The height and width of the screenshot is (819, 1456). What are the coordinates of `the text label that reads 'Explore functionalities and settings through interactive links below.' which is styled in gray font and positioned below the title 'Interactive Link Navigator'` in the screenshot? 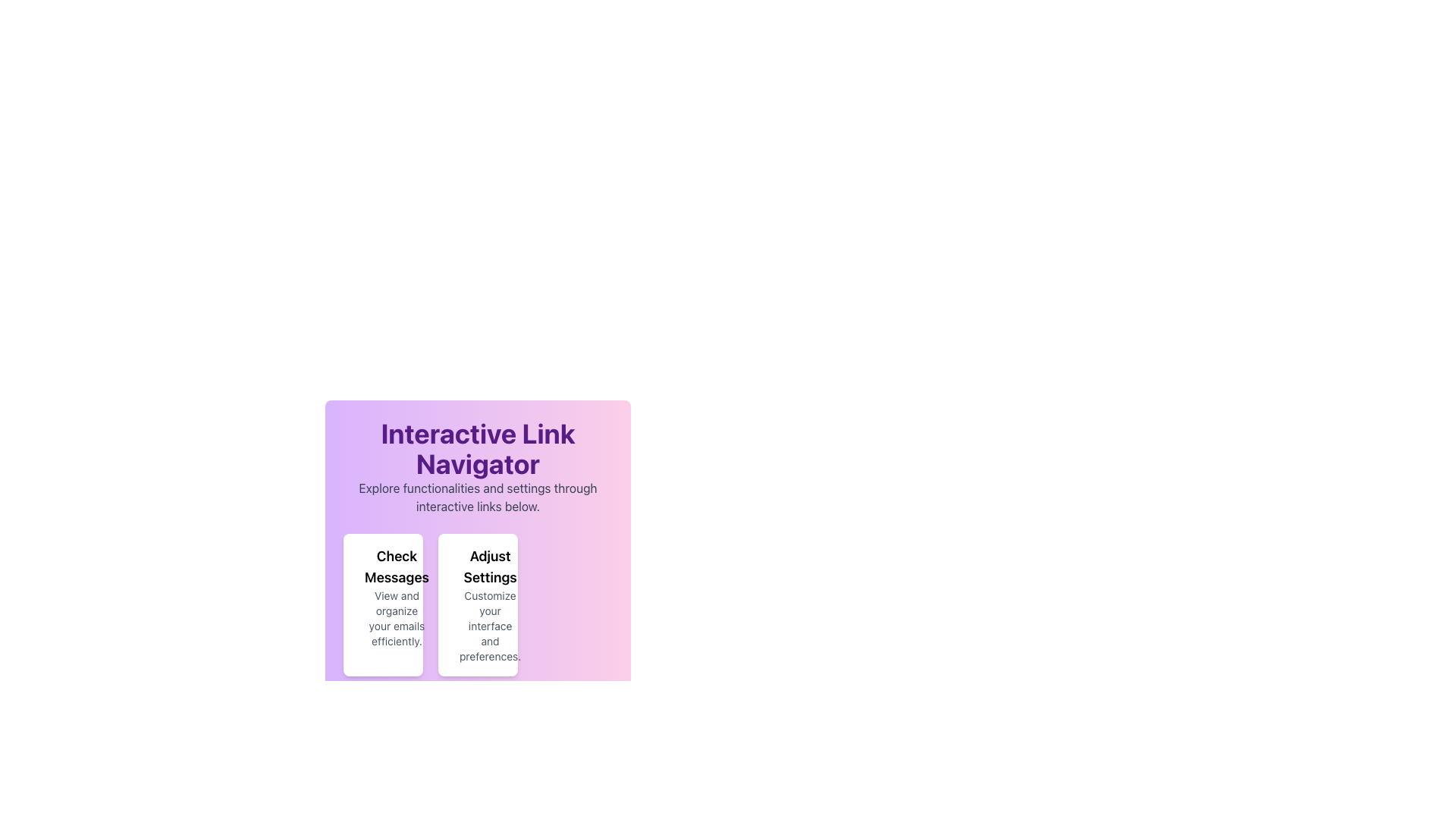 It's located at (477, 497).